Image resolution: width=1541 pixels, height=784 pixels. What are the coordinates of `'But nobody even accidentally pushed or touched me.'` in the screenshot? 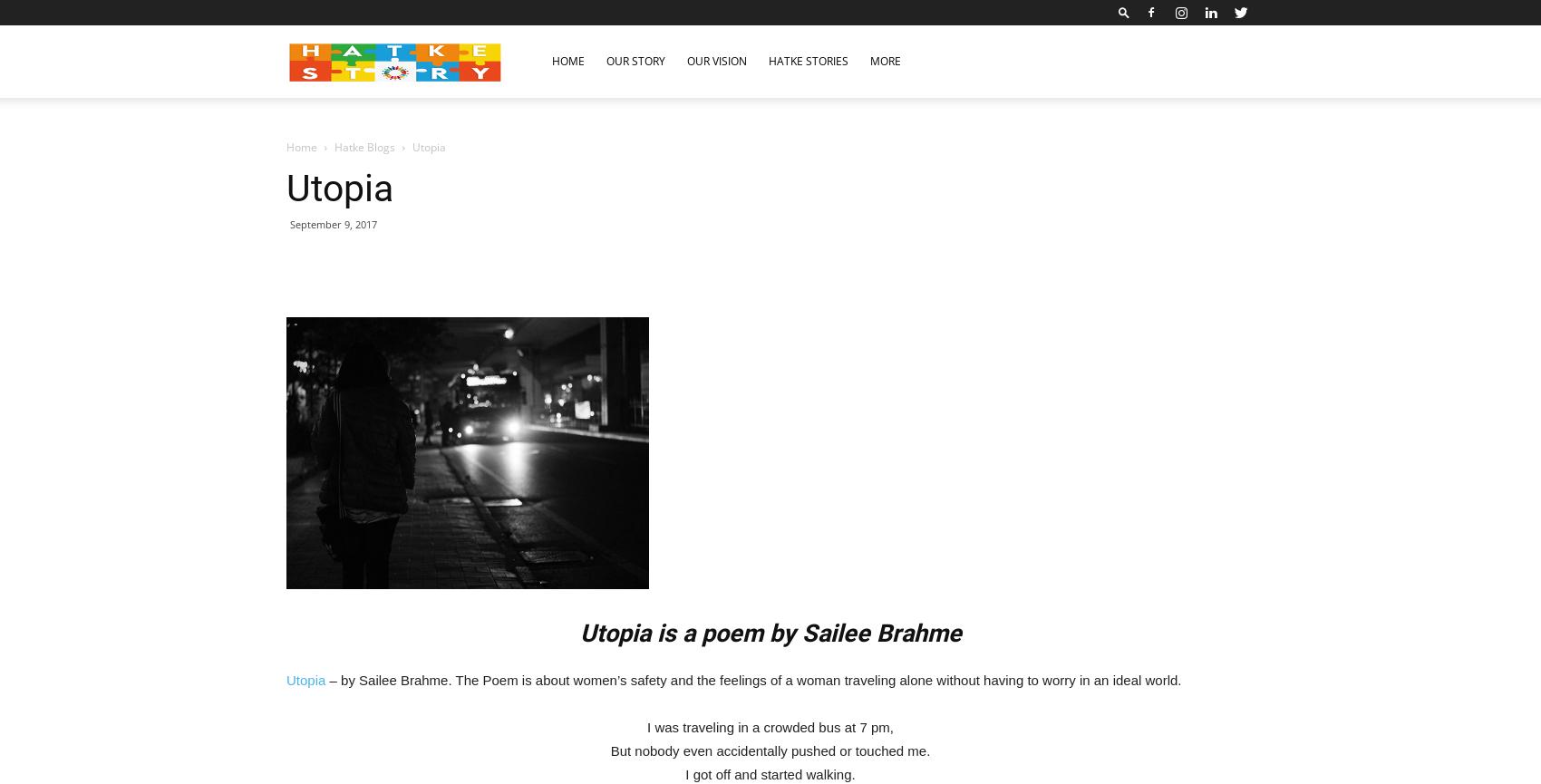 It's located at (610, 750).